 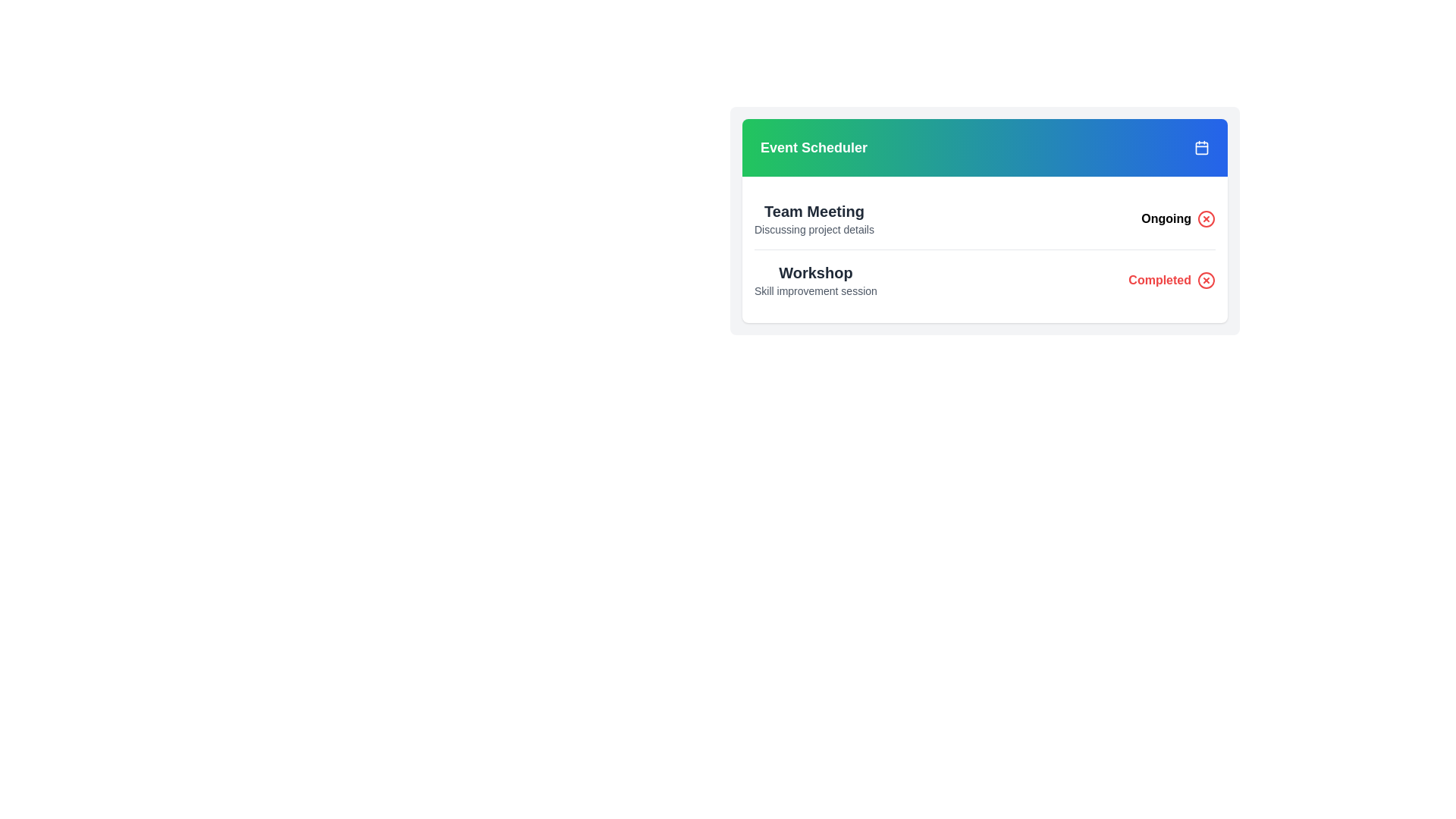 What do you see at coordinates (1200, 148) in the screenshot?
I see `the calendar icon located at the top-right corner of the 'Event Scheduler' header` at bounding box center [1200, 148].